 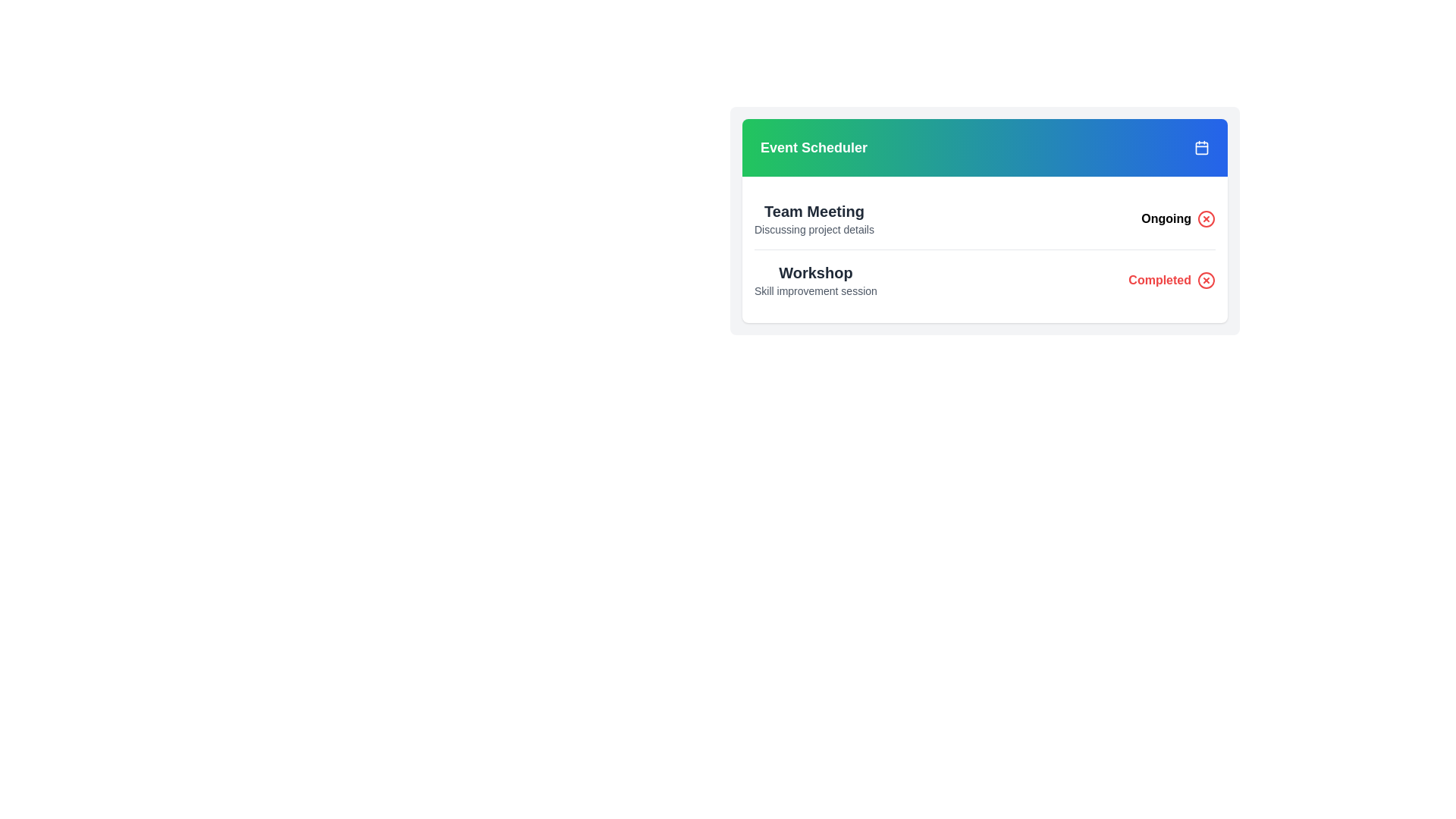 What do you see at coordinates (1200, 148) in the screenshot?
I see `the calendar icon located at the top-right corner of the 'Event Scheduler' header` at bounding box center [1200, 148].